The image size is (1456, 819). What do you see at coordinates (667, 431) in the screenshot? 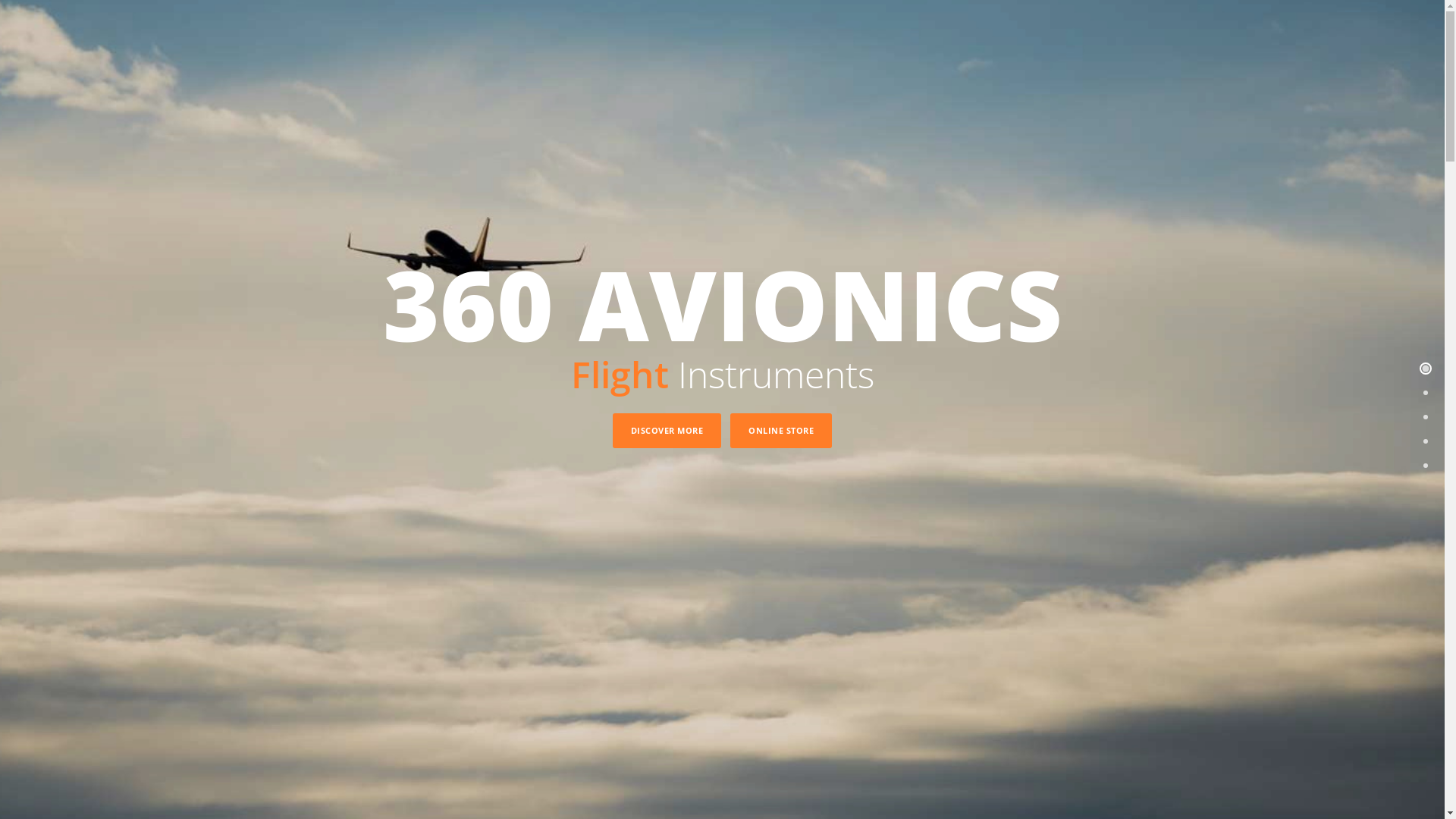
I see `'DISCOVER MORE'` at bounding box center [667, 431].